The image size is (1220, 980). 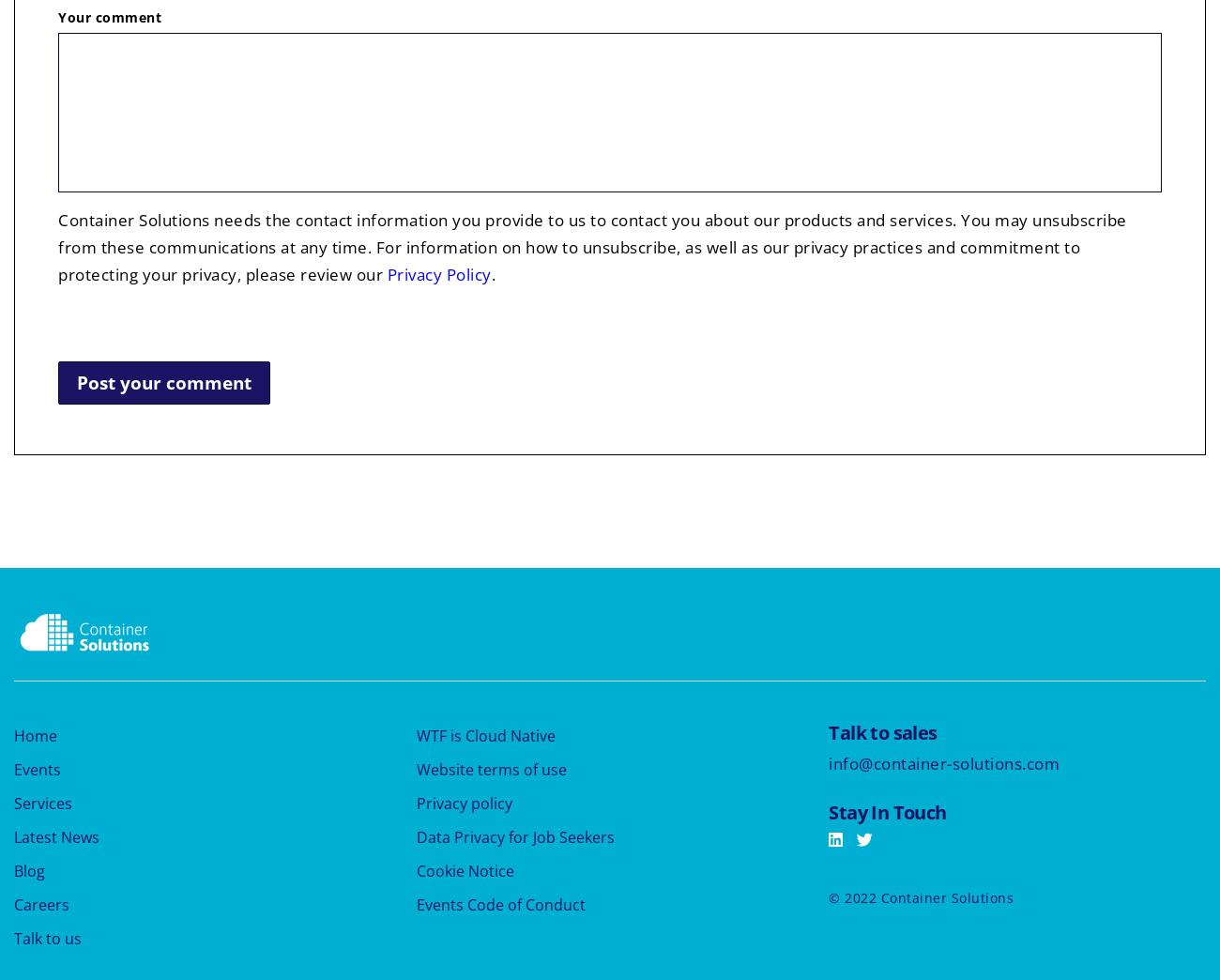 I want to click on 'Your comment', so click(x=109, y=16).